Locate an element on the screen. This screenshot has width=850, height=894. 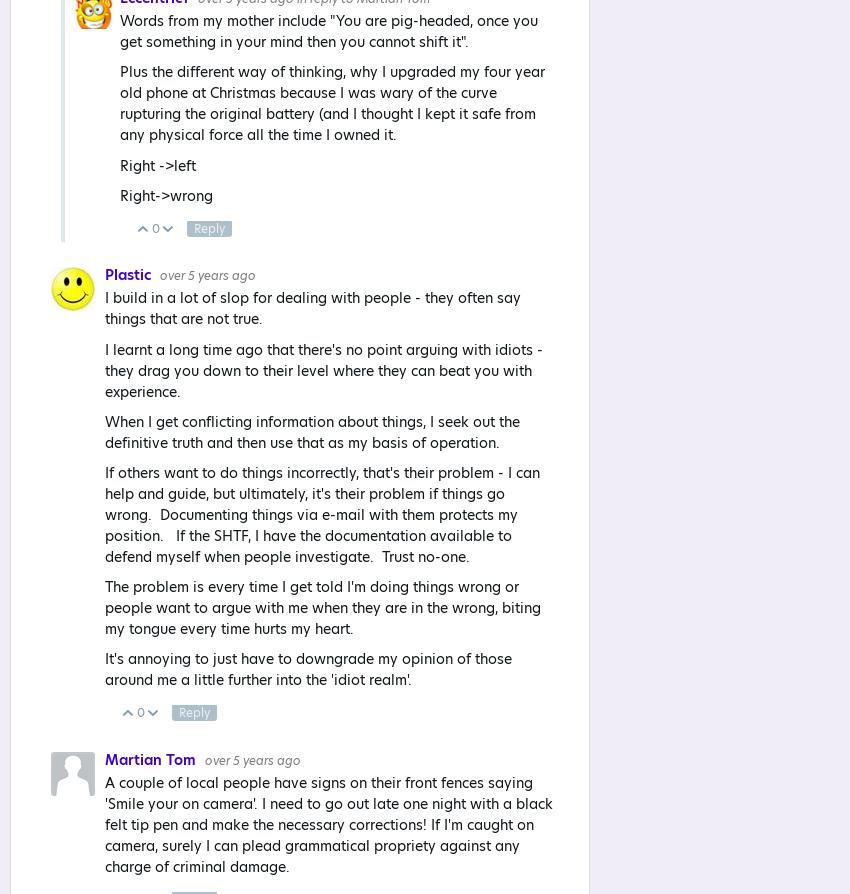
'Plastic' is located at coordinates (129, 274).